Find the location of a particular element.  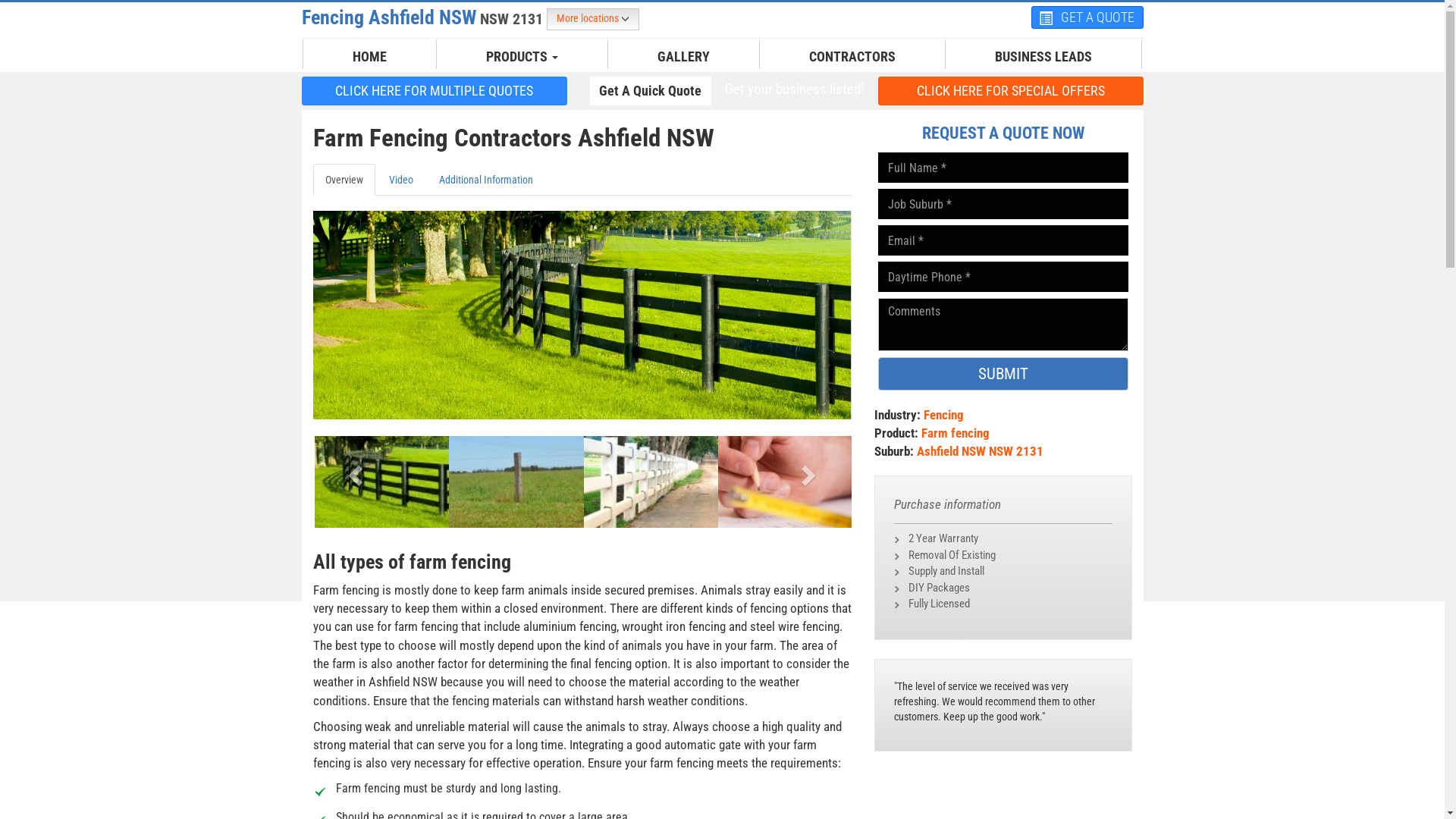

'CLICK HERE FOR MULTIPLE QUOTES' is located at coordinates (433, 90).